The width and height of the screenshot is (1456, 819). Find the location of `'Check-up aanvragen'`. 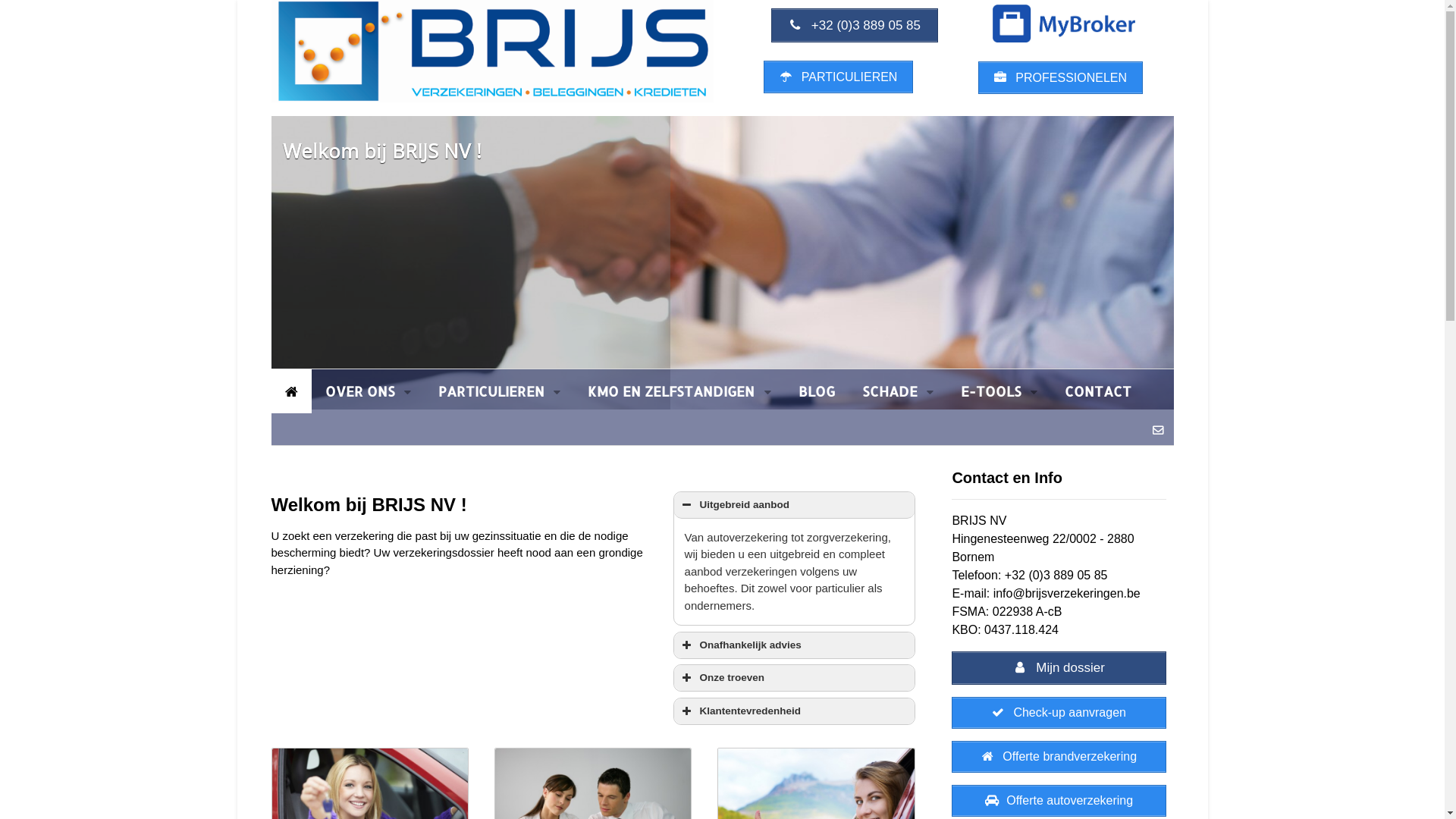

'Check-up aanvragen' is located at coordinates (950, 713).